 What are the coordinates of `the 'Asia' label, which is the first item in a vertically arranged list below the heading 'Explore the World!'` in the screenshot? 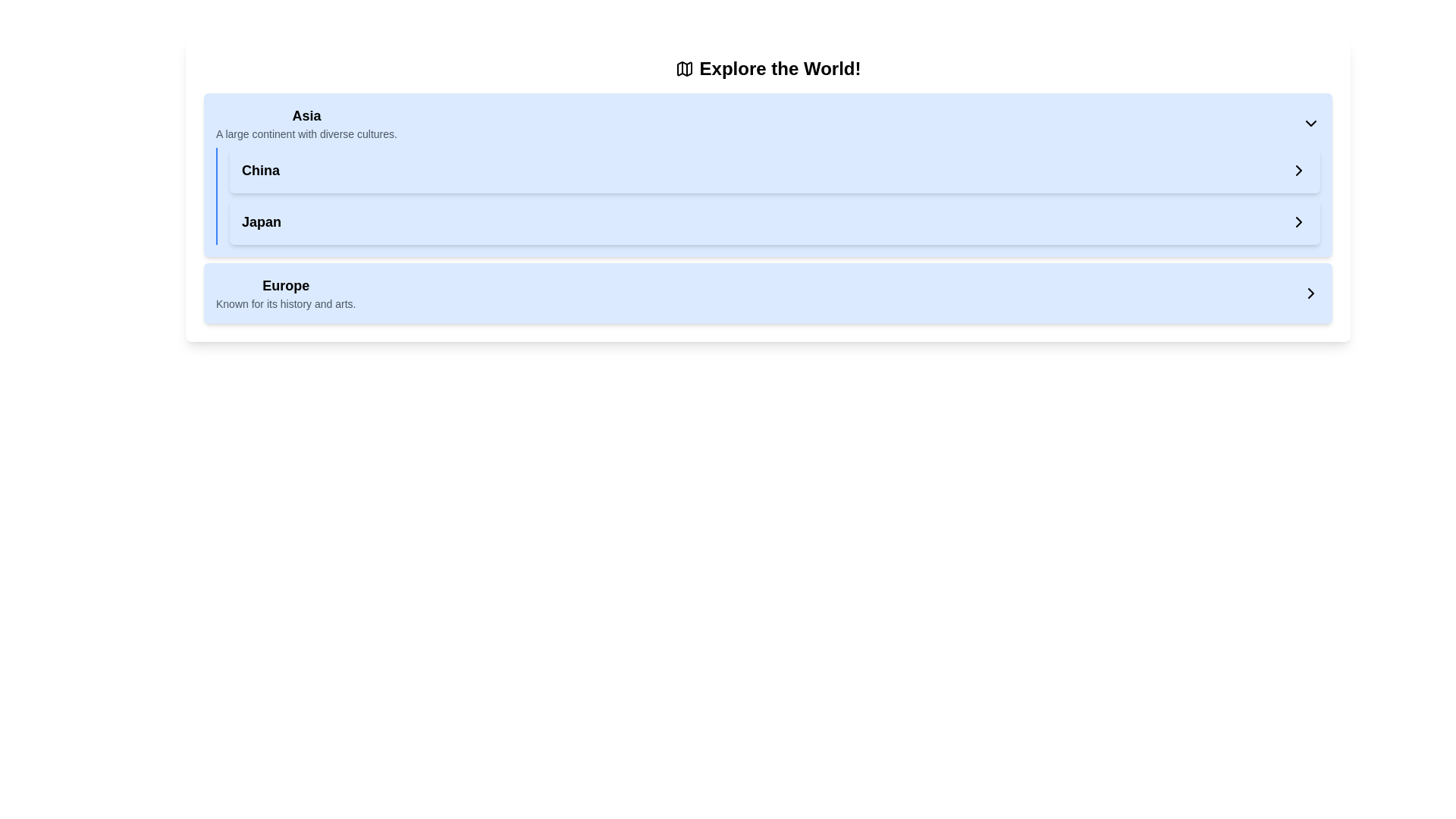 It's located at (305, 122).